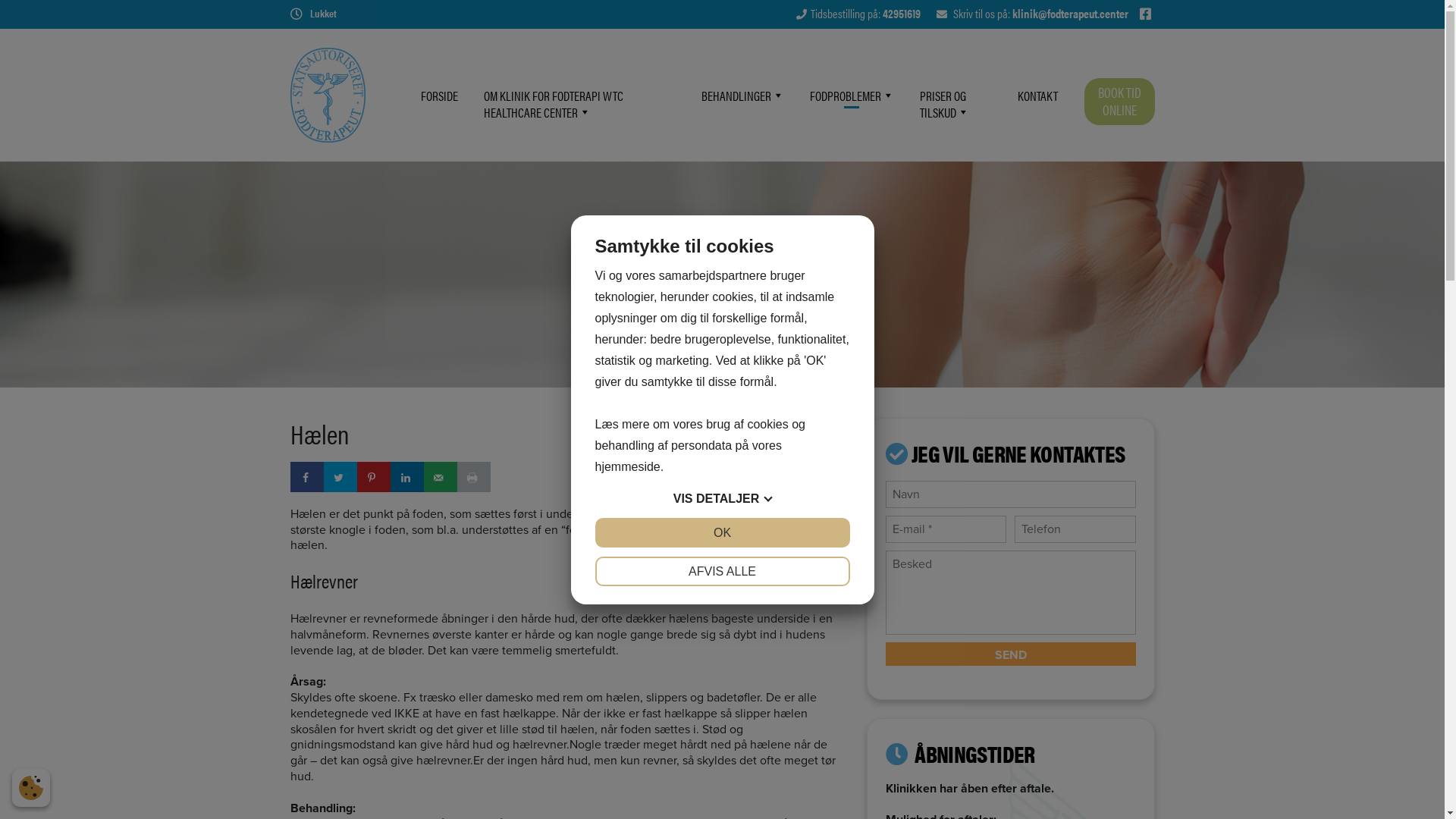 The height and width of the screenshot is (819, 1456). What do you see at coordinates (720, 571) in the screenshot?
I see `'AFVIS ALLE'` at bounding box center [720, 571].